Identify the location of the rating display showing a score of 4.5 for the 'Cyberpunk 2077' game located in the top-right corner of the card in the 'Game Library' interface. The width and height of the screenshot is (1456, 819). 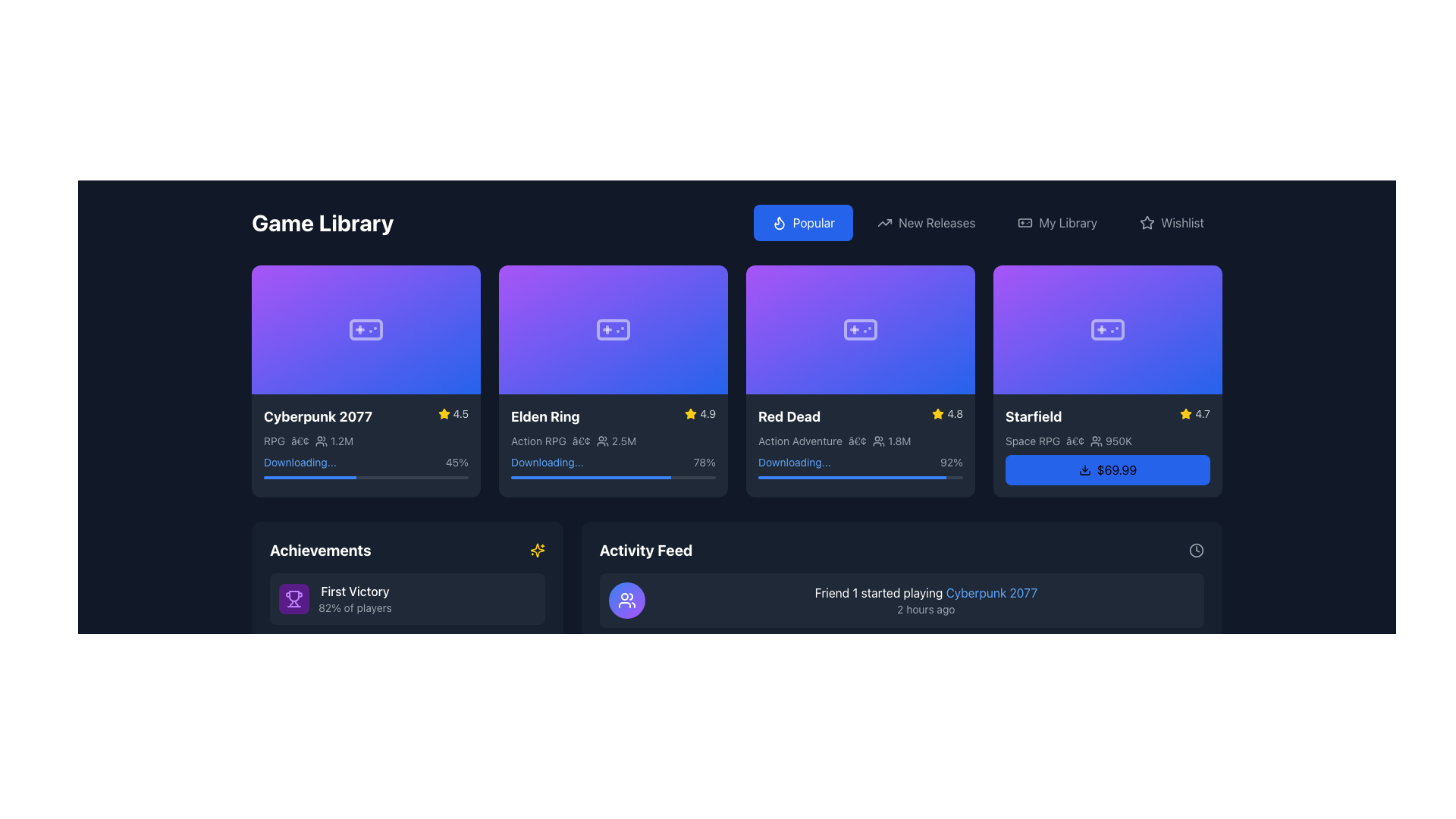
(452, 413).